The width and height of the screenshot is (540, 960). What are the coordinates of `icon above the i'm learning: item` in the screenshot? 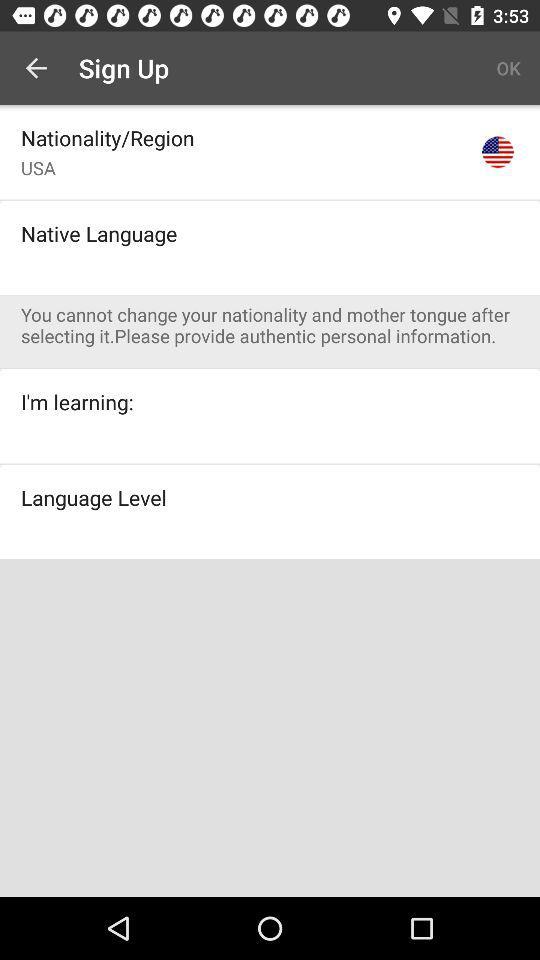 It's located at (279, 325).